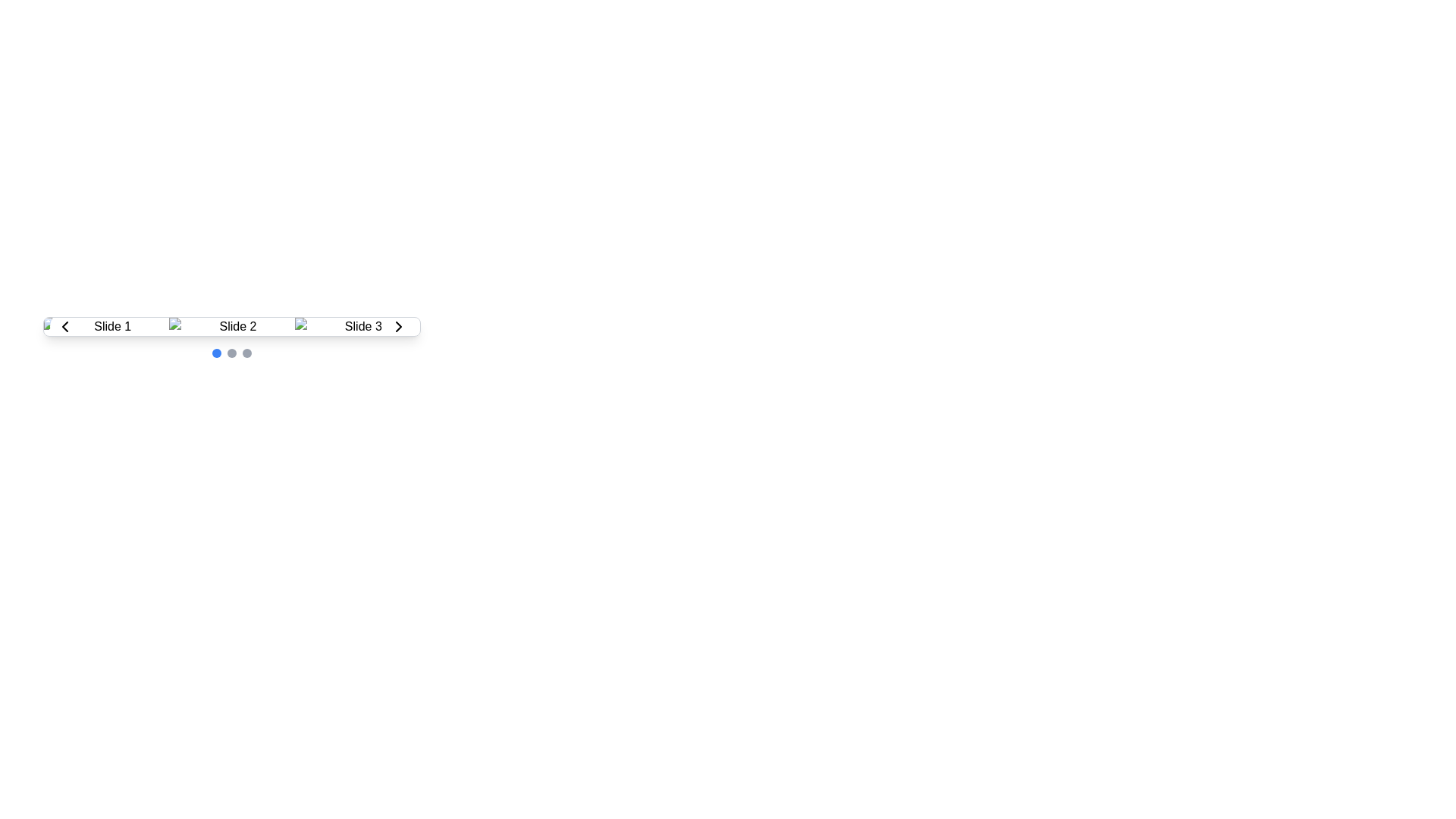  I want to click on the navigation button located at the rightmost end of the horizontal navigation bar below the 'Slide 3' label, so click(399, 326).